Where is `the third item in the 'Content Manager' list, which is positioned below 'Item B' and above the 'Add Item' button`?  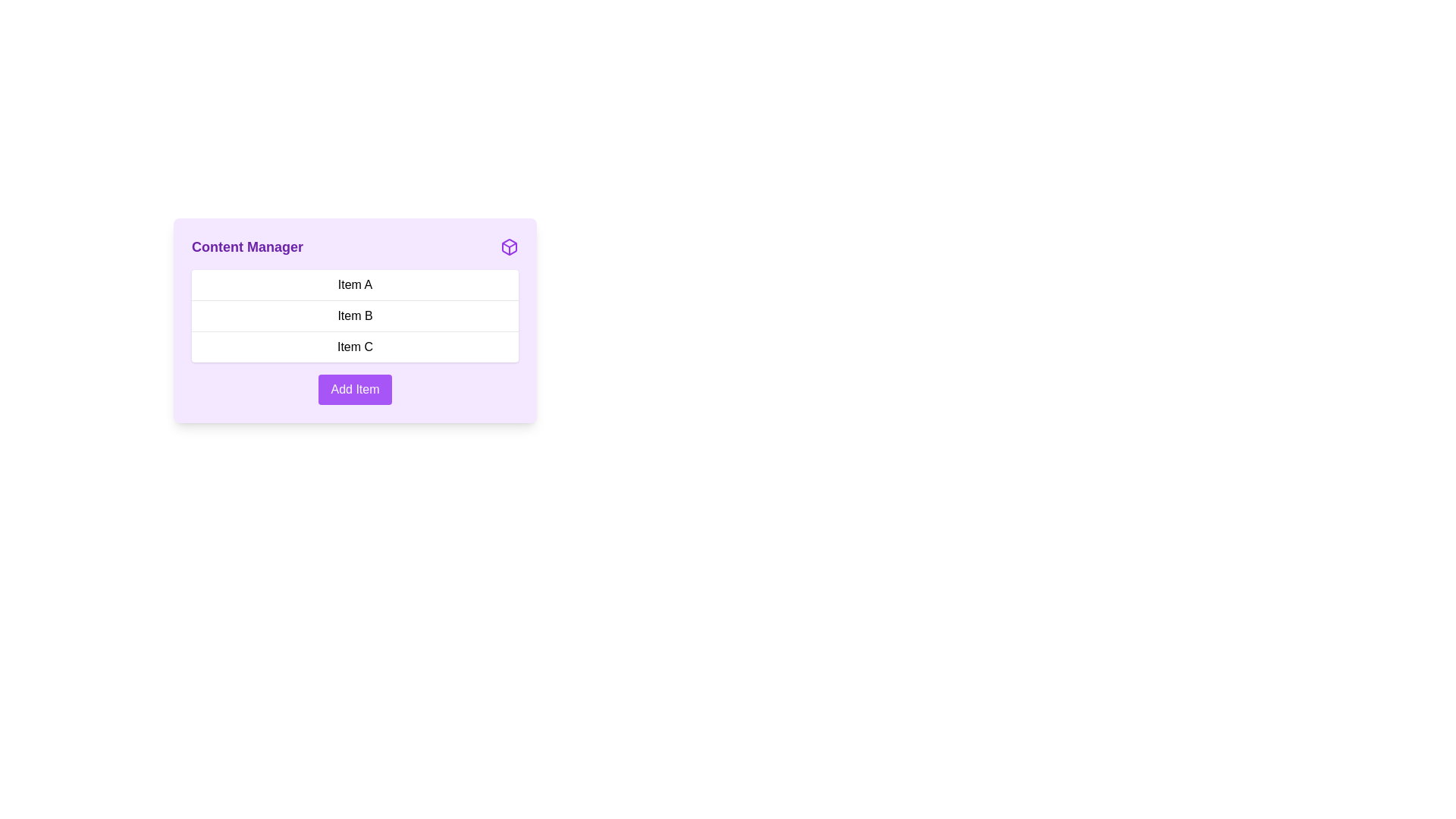 the third item in the 'Content Manager' list, which is positioned below 'Item B' and above the 'Add Item' button is located at coordinates (354, 347).